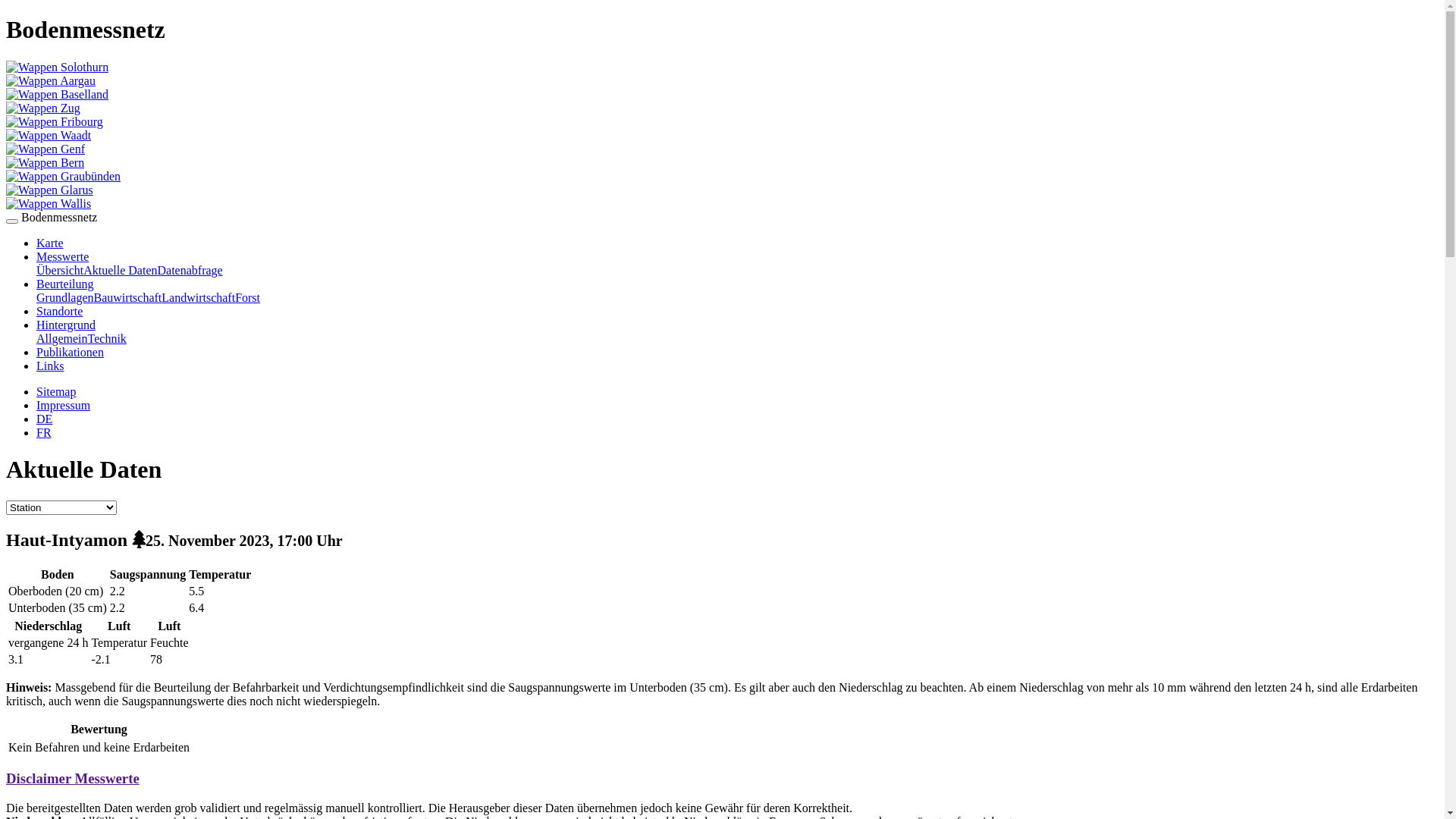  Describe the element at coordinates (43, 107) in the screenshot. I see `'Kanton Zug'` at that location.